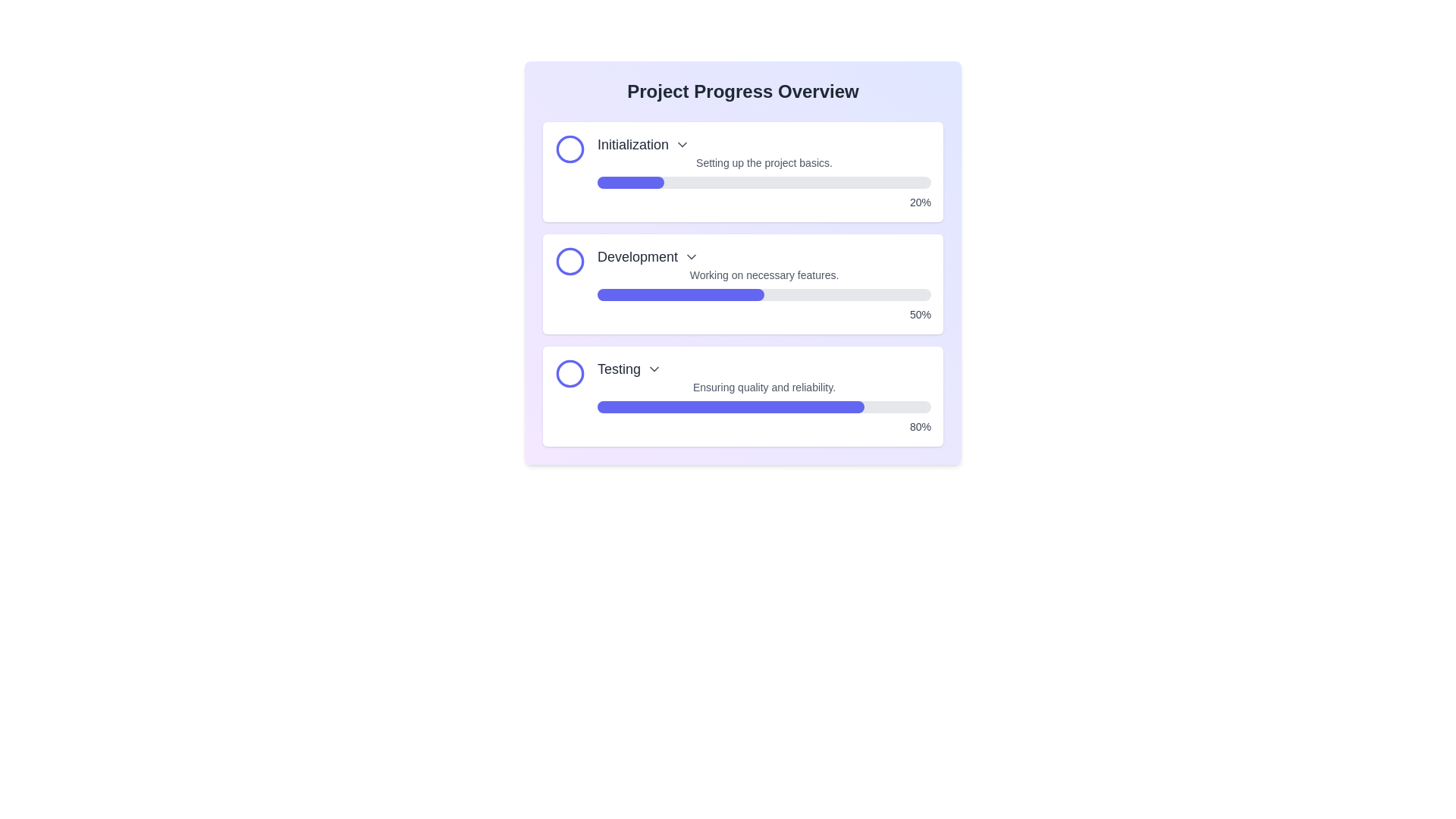 The height and width of the screenshot is (819, 1456). Describe the element at coordinates (764, 275) in the screenshot. I see `the contextual Text label located below the 'Development' title and above the progress bar, which provides additional information about the Development section` at that location.